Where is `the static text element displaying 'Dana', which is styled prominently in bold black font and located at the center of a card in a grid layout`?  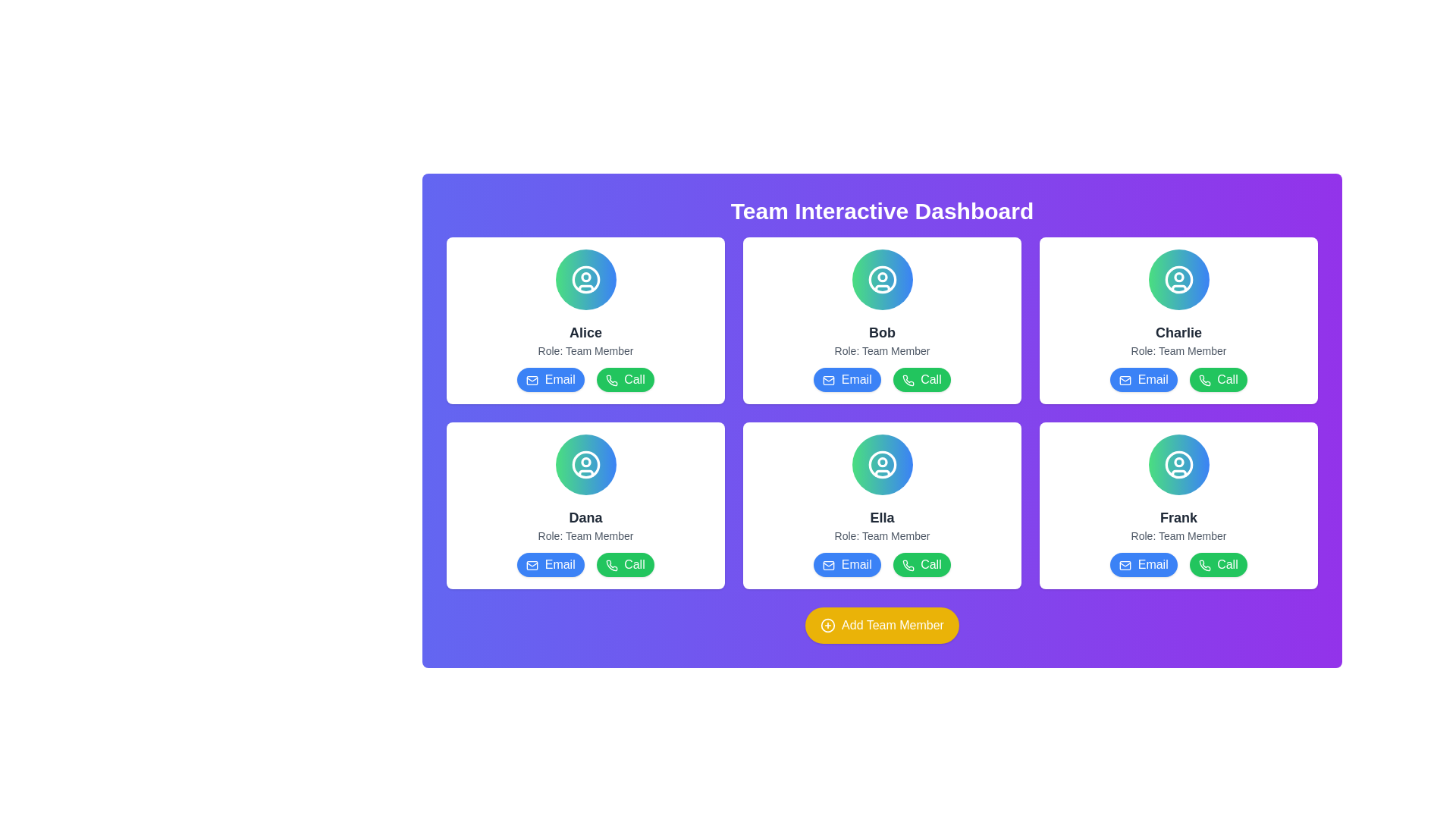
the static text element displaying 'Dana', which is styled prominently in bold black font and located at the center of a card in a grid layout is located at coordinates (585, 516).